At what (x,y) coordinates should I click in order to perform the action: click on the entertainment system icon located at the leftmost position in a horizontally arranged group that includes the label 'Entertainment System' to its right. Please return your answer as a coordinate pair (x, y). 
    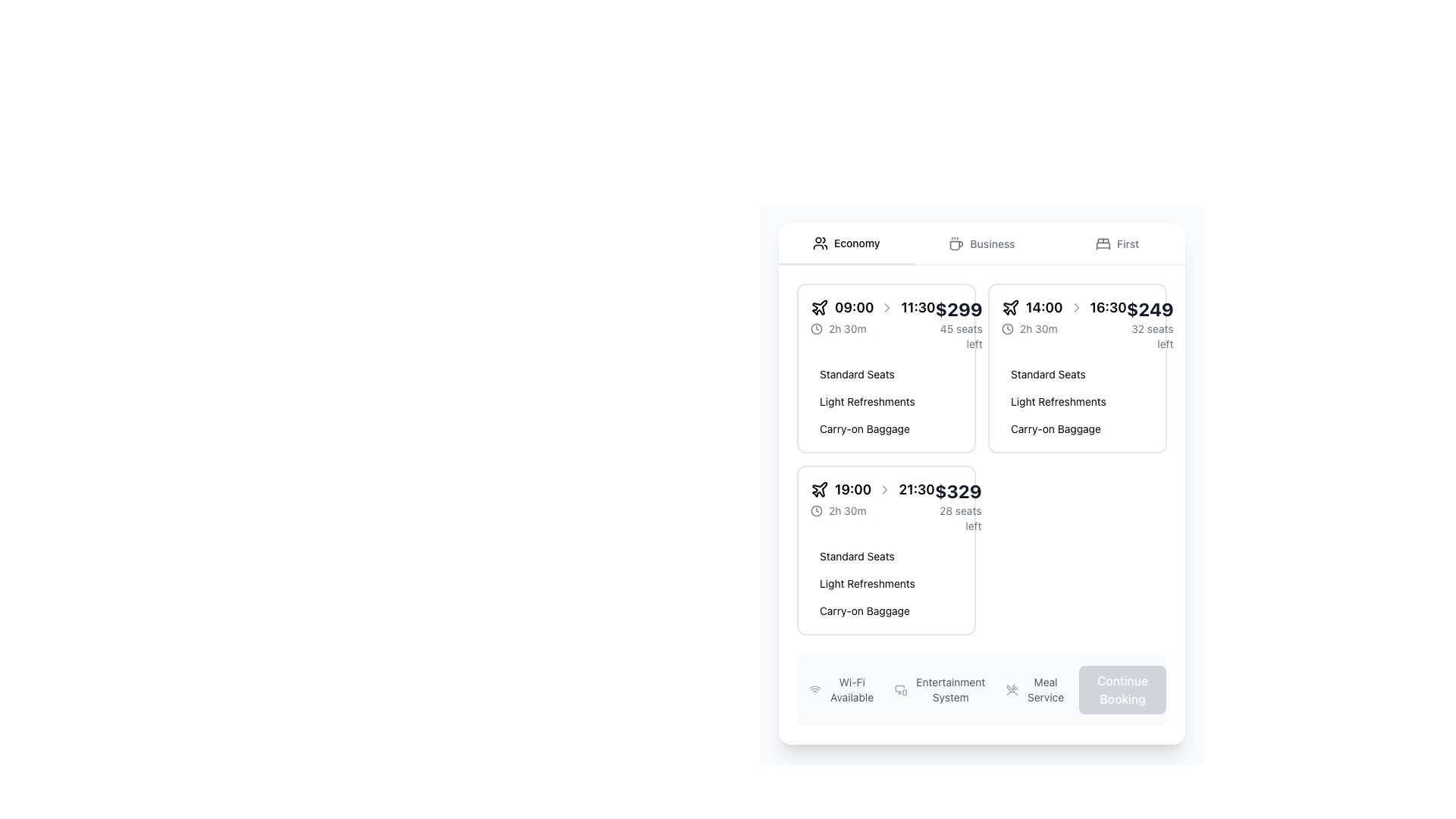
    Looking at the image, I should click on (901, 690).